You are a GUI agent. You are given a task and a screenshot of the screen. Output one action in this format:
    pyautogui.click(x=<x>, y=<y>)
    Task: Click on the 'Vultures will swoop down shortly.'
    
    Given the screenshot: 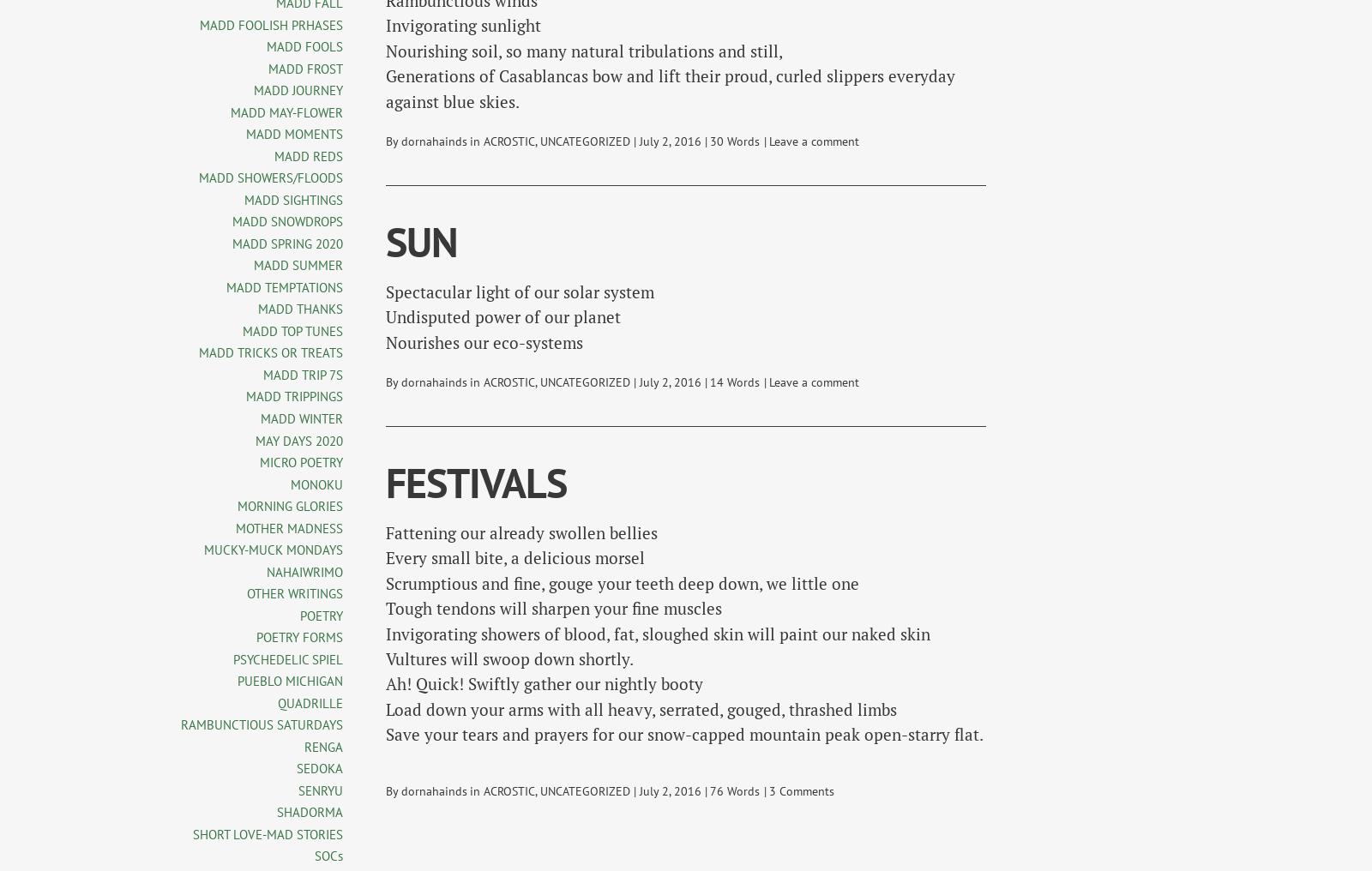 What is the action you would take?
    pyautogui.click(x=508, y=658)
    